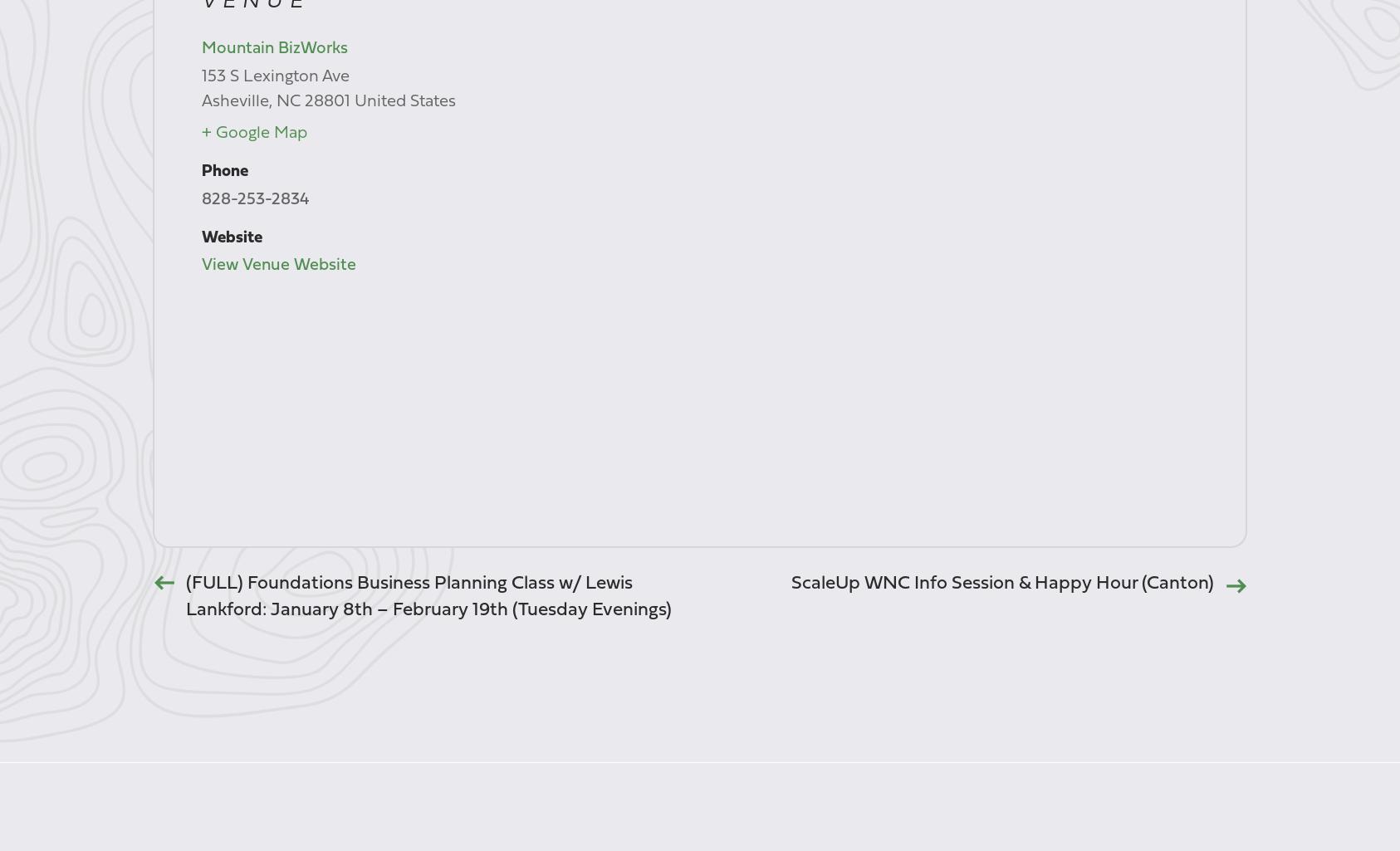 The image size is (1400, 851). Describe the element at coordinates (253, 198) in the screenshot. I see `'828-253-2834'` at that location.